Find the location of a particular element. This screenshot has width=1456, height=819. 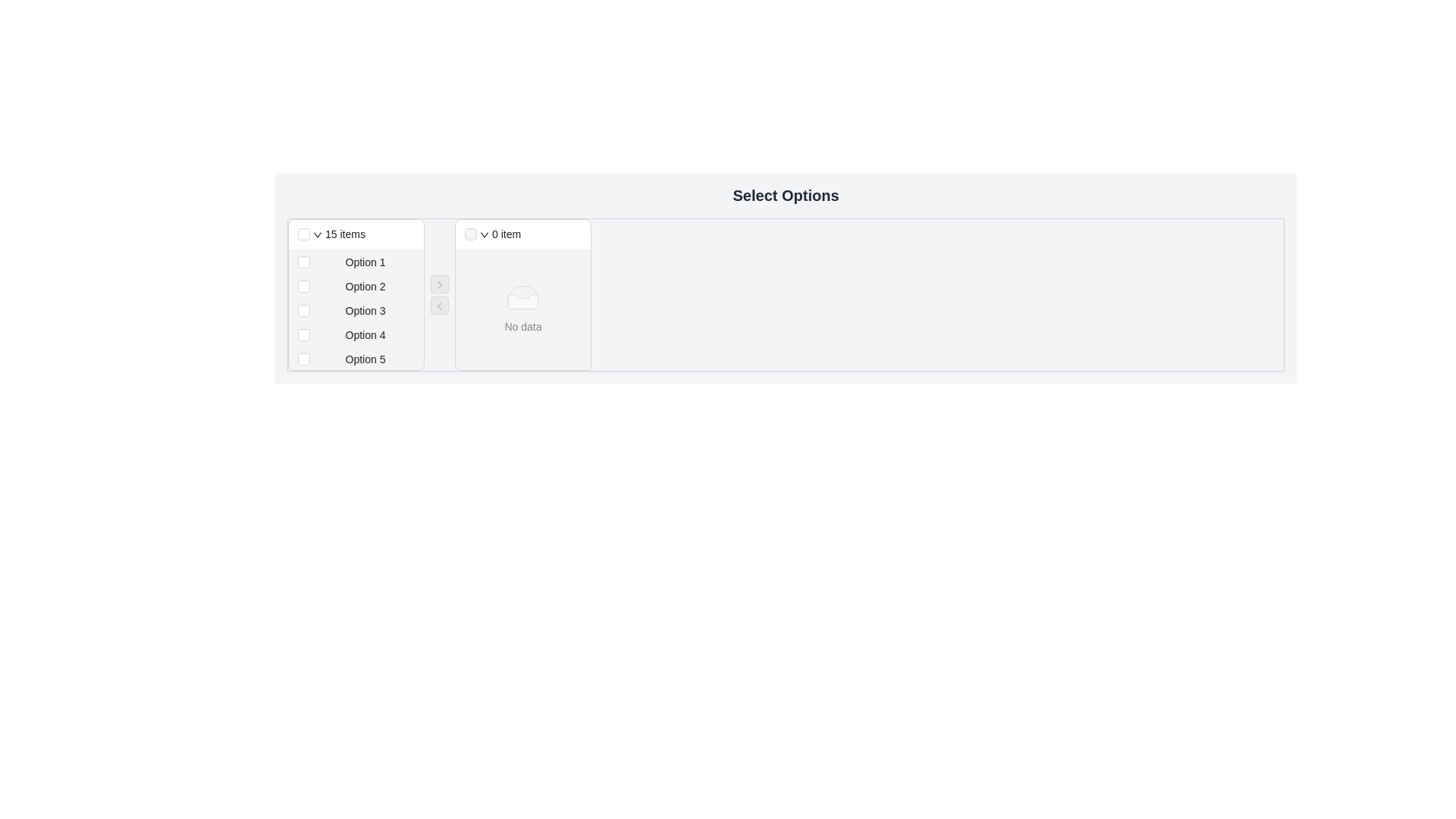

the disabled checkbox located to the left of the label displaying '0 item' in the header row of the list component is located at coordinates (469, 234).